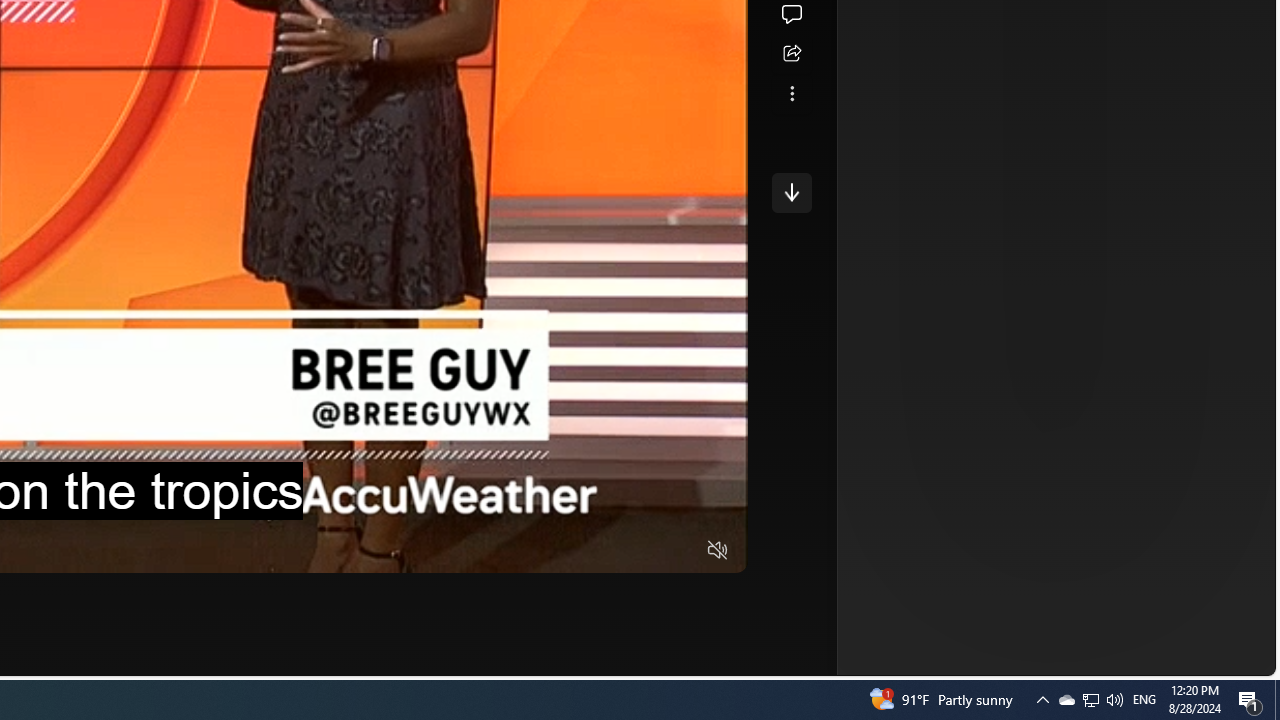  What do you see at coordinates (790, 53) in the screenshot?
I see `'Share this story'` at bounding box center [790, 53].